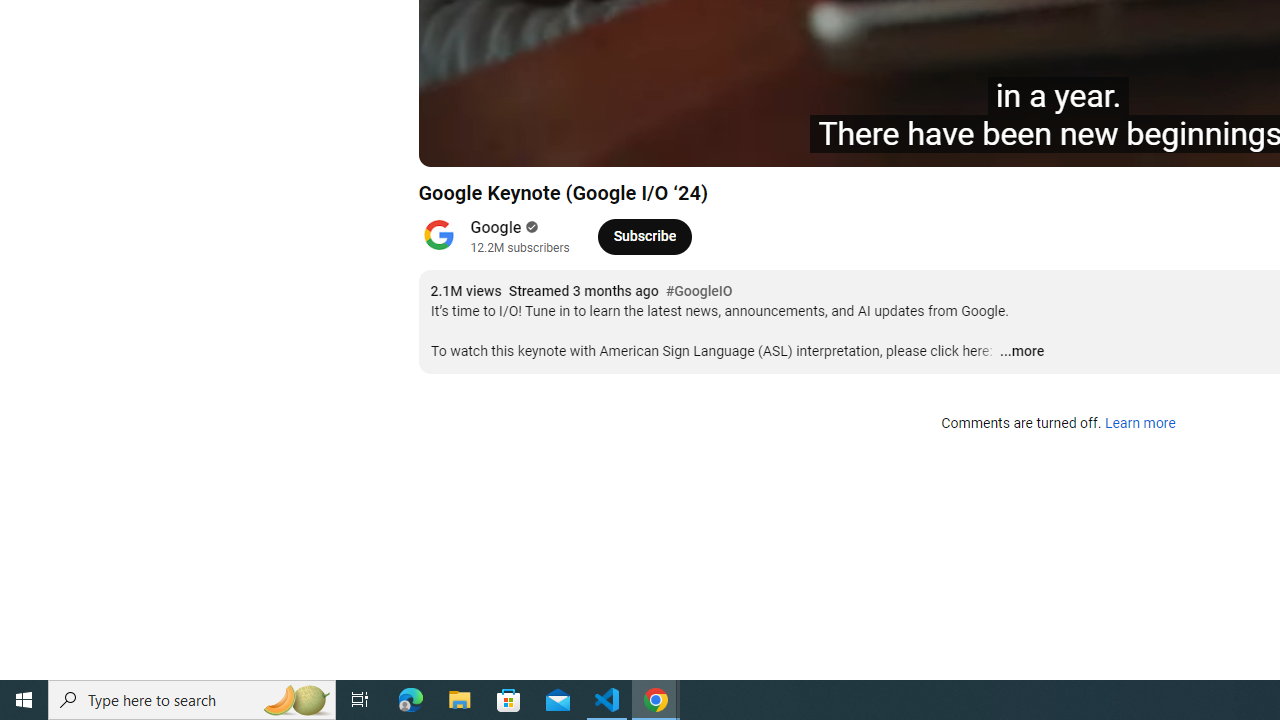 This screenshot has height=720, width=1280. What do you see at coordinates (644, 235) in the screenshot?
I see `'Subscribe to Google.'` at bounding box center [644, 235].